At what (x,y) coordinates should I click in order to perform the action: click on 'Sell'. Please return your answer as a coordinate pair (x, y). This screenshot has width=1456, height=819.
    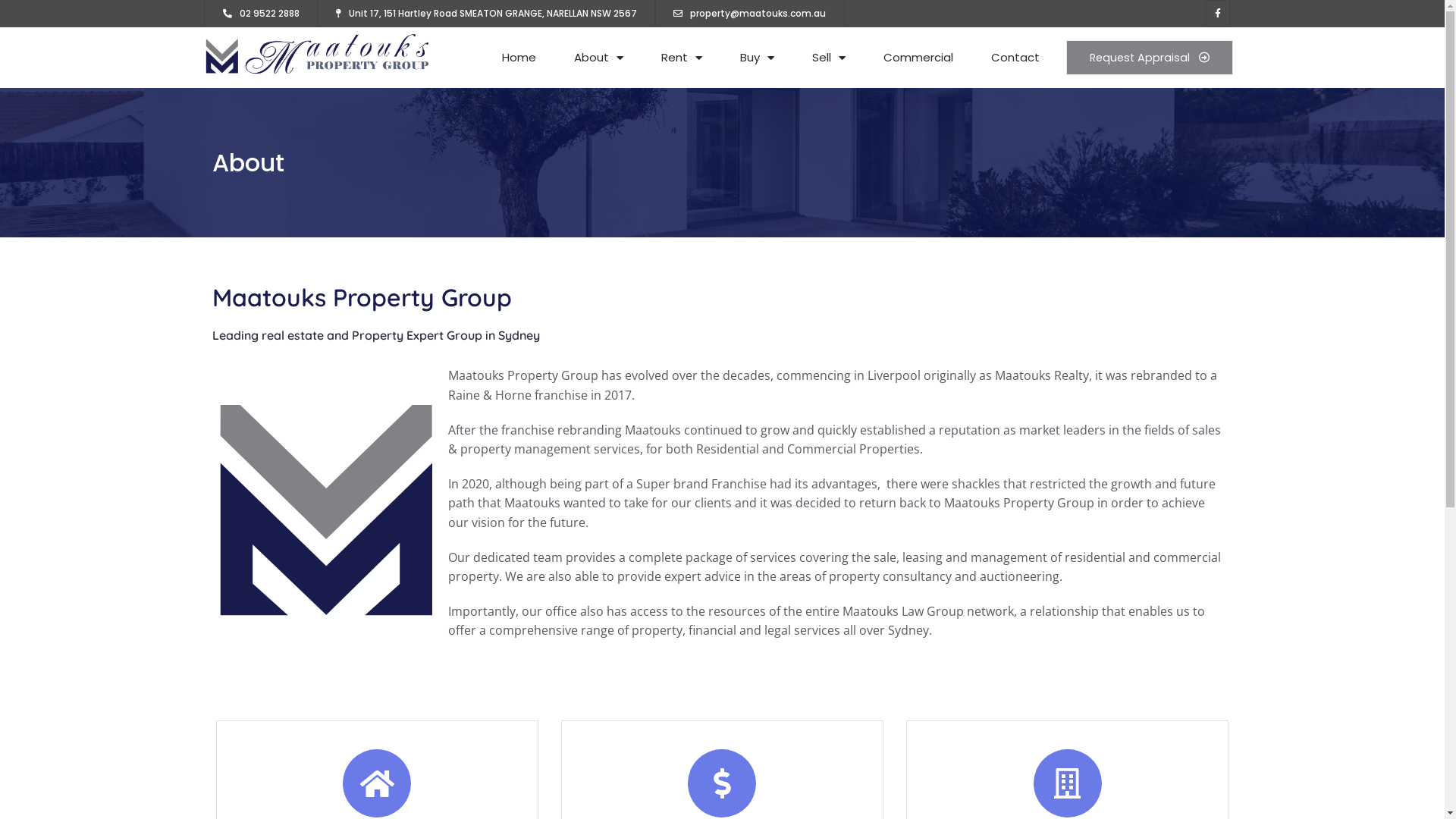
    Looking at the image, I should click on (796, 57).